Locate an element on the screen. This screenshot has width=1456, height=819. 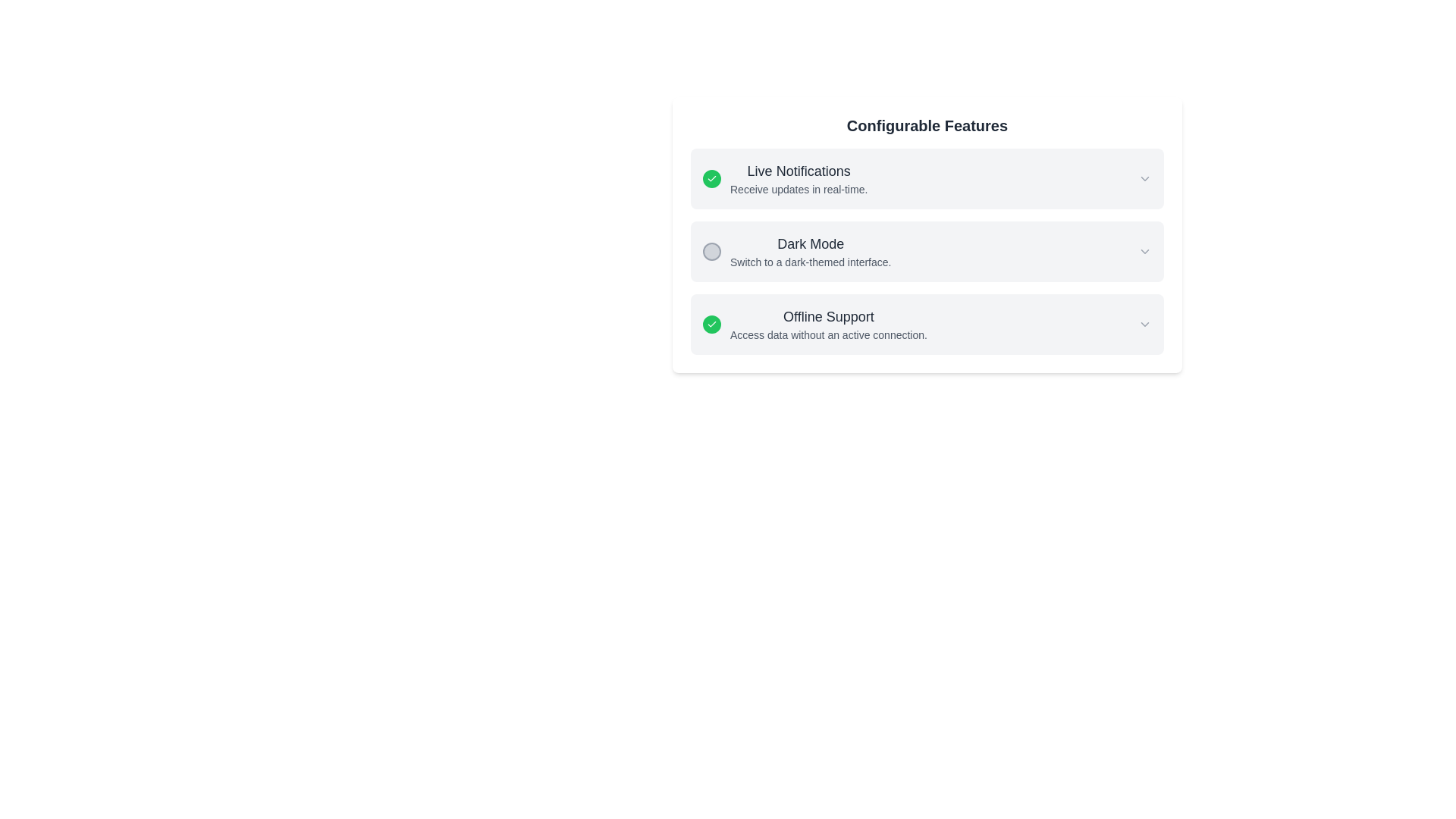
the descriptive text label located below the 'Dark Mode' title, which provides additional context about the functionality of the 'Dark Mode' option is located at coordinates (810, 262).